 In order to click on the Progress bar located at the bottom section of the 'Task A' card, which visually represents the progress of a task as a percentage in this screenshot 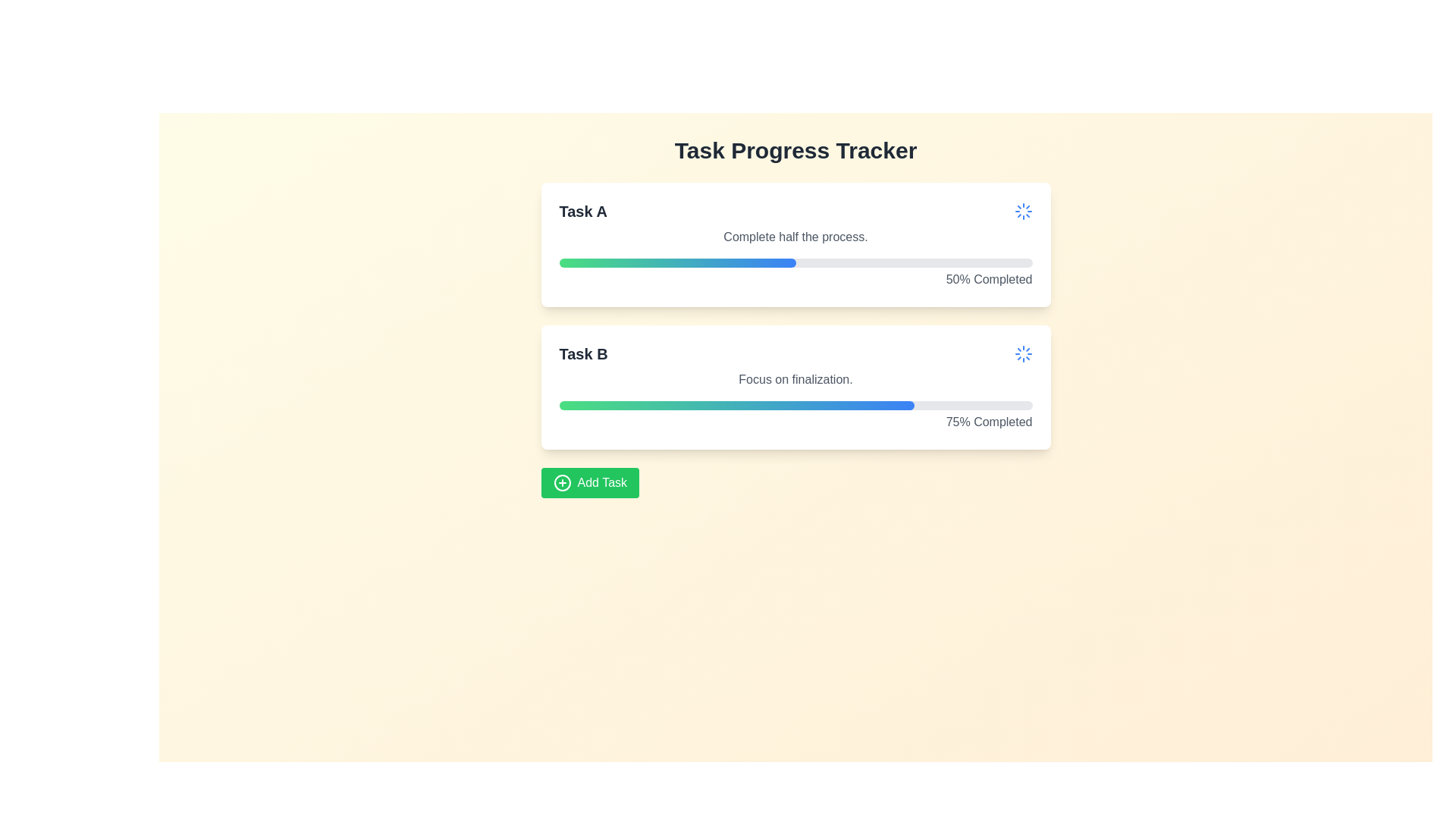, I will do `click(795, 262)`.